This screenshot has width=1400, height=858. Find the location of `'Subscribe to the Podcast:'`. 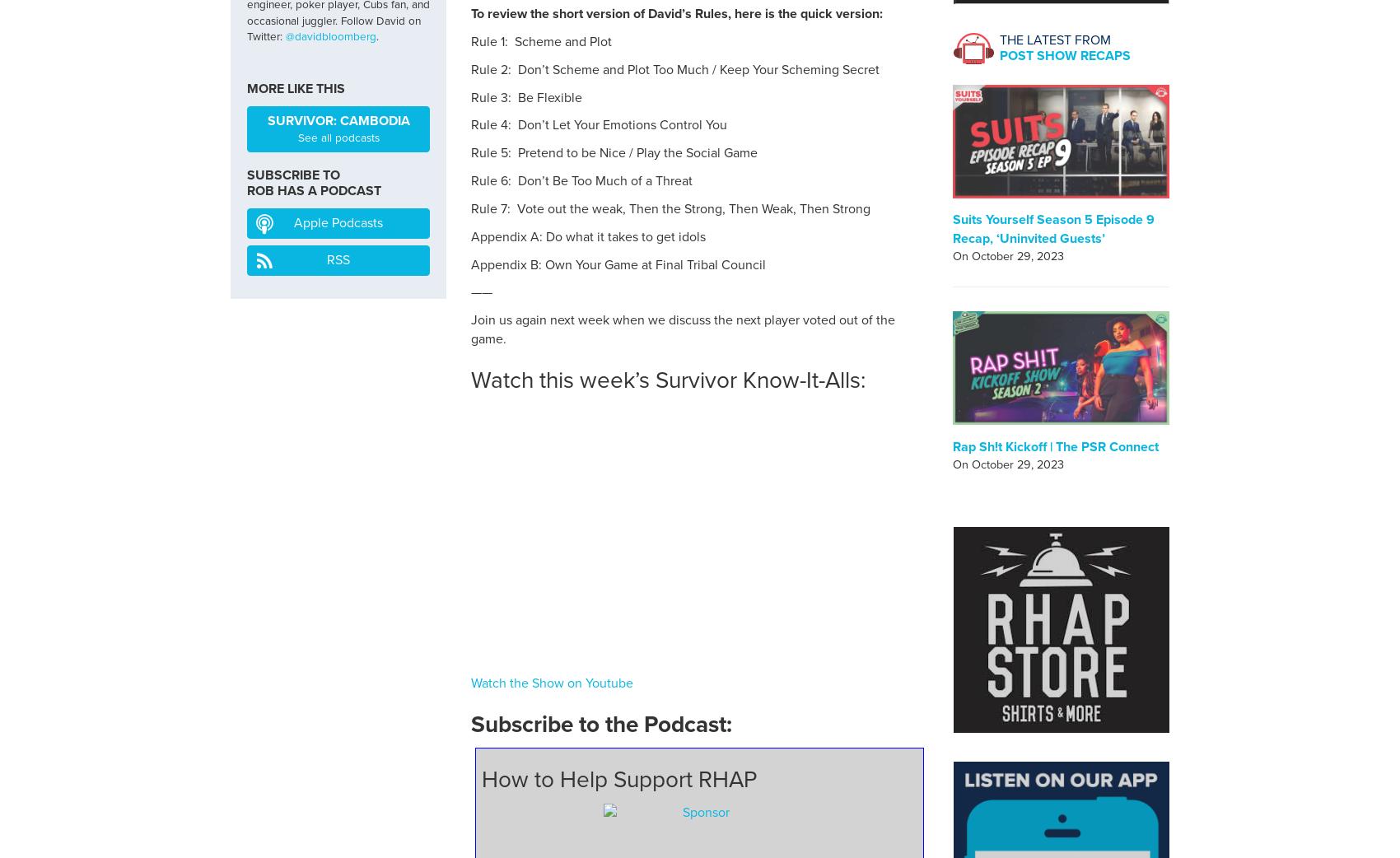

'Subscribe to the Podcast:' is located at coordinates (601, 723).